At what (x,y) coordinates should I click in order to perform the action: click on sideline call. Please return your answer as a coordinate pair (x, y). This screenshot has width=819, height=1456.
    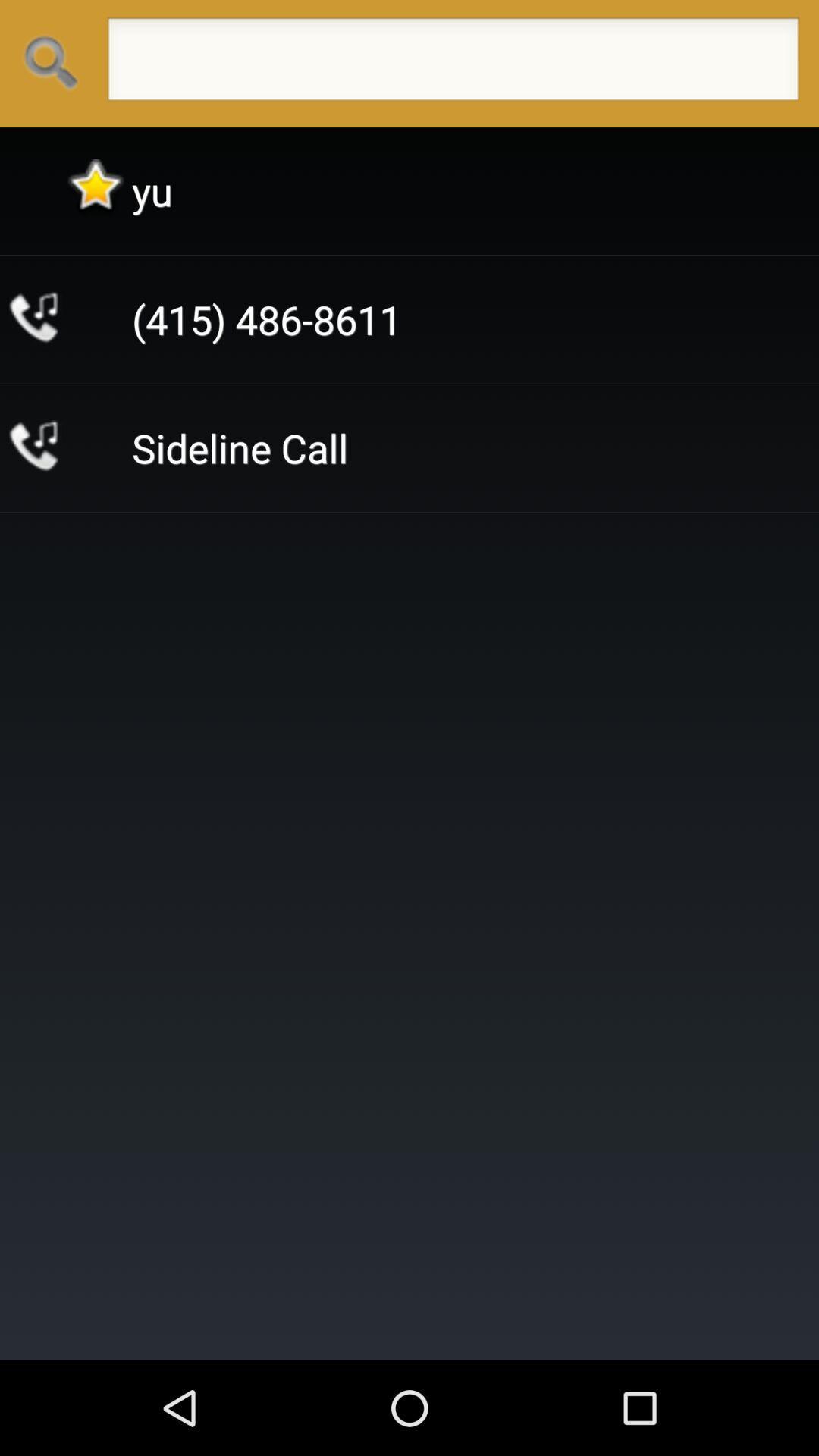
    Looking at the image, I should click on (239, 447).